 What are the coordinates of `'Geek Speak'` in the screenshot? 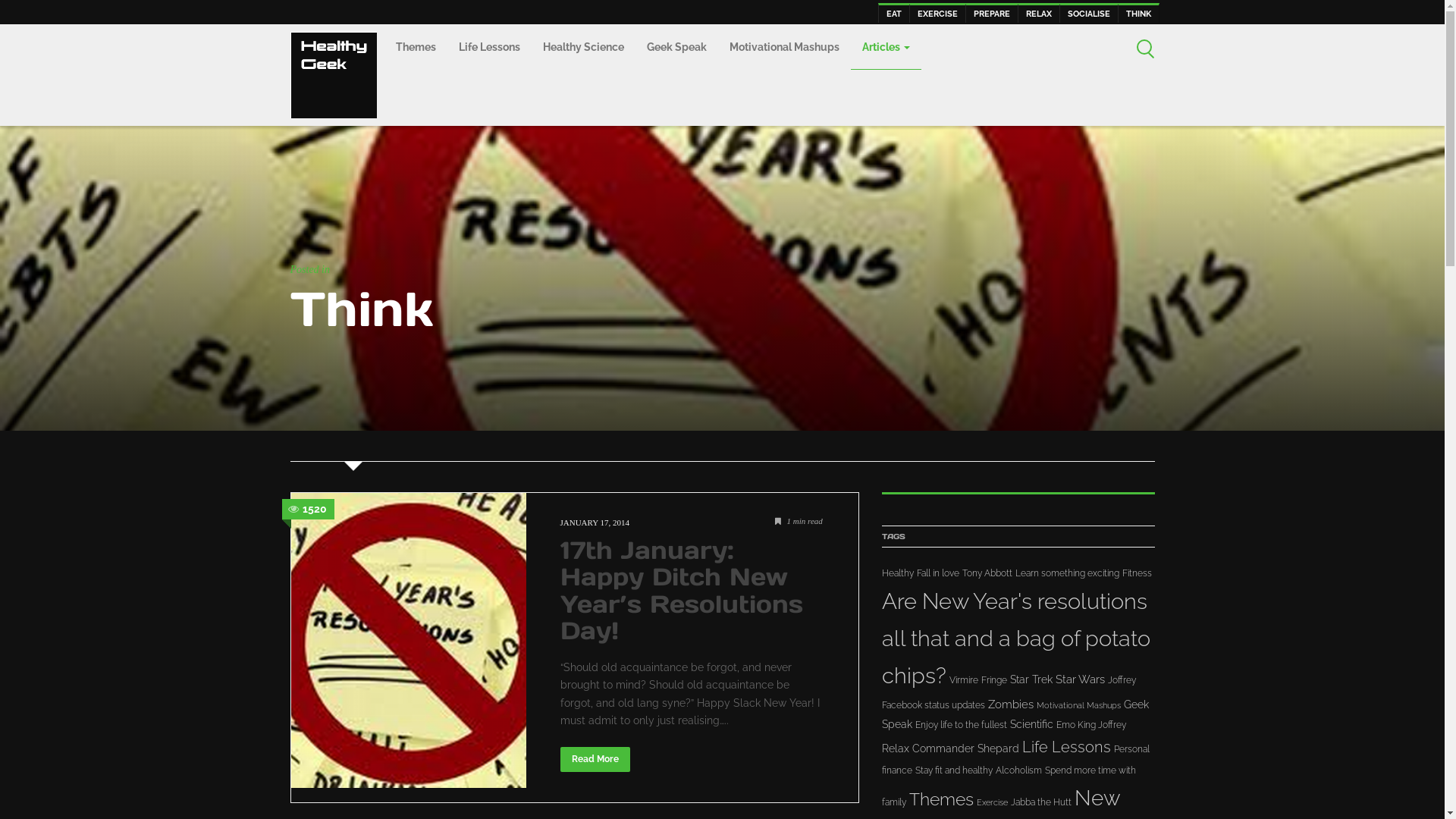 It's located at (676, 47).